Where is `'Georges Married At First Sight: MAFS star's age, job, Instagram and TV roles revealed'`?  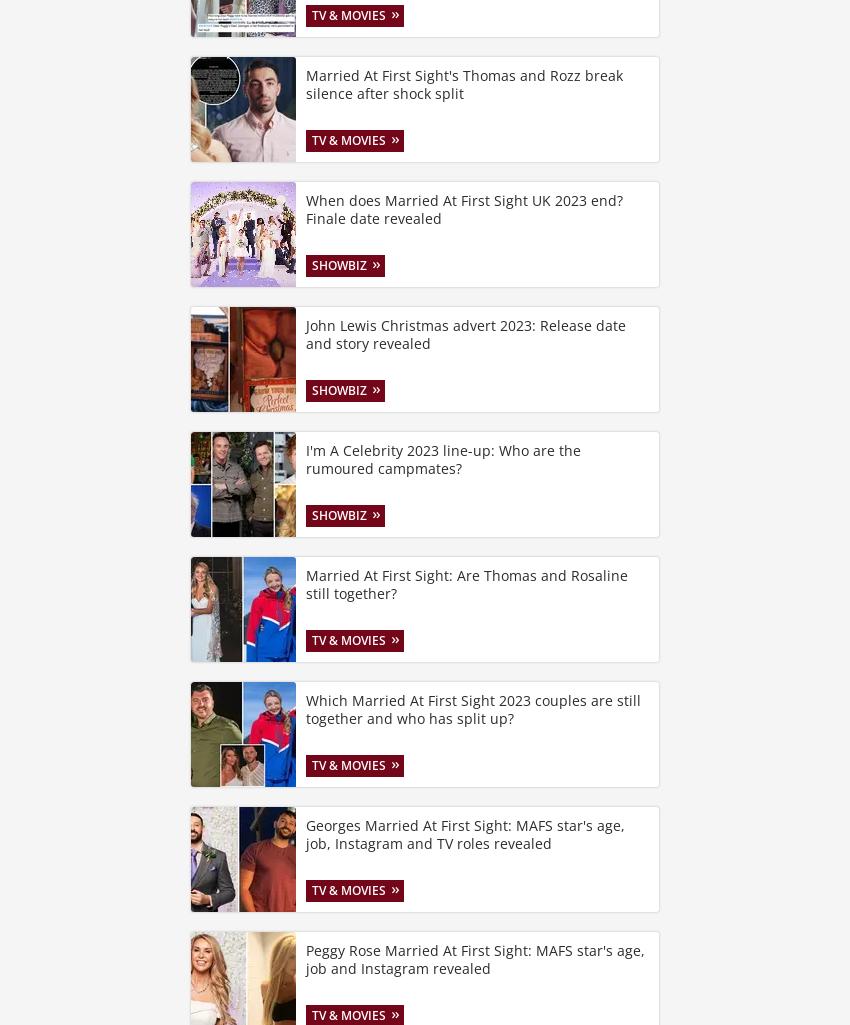
'Georges Married At First Sight: MAFS star's age, job, Instagram and TV roles revealed' is located at coordinates (306, 833).